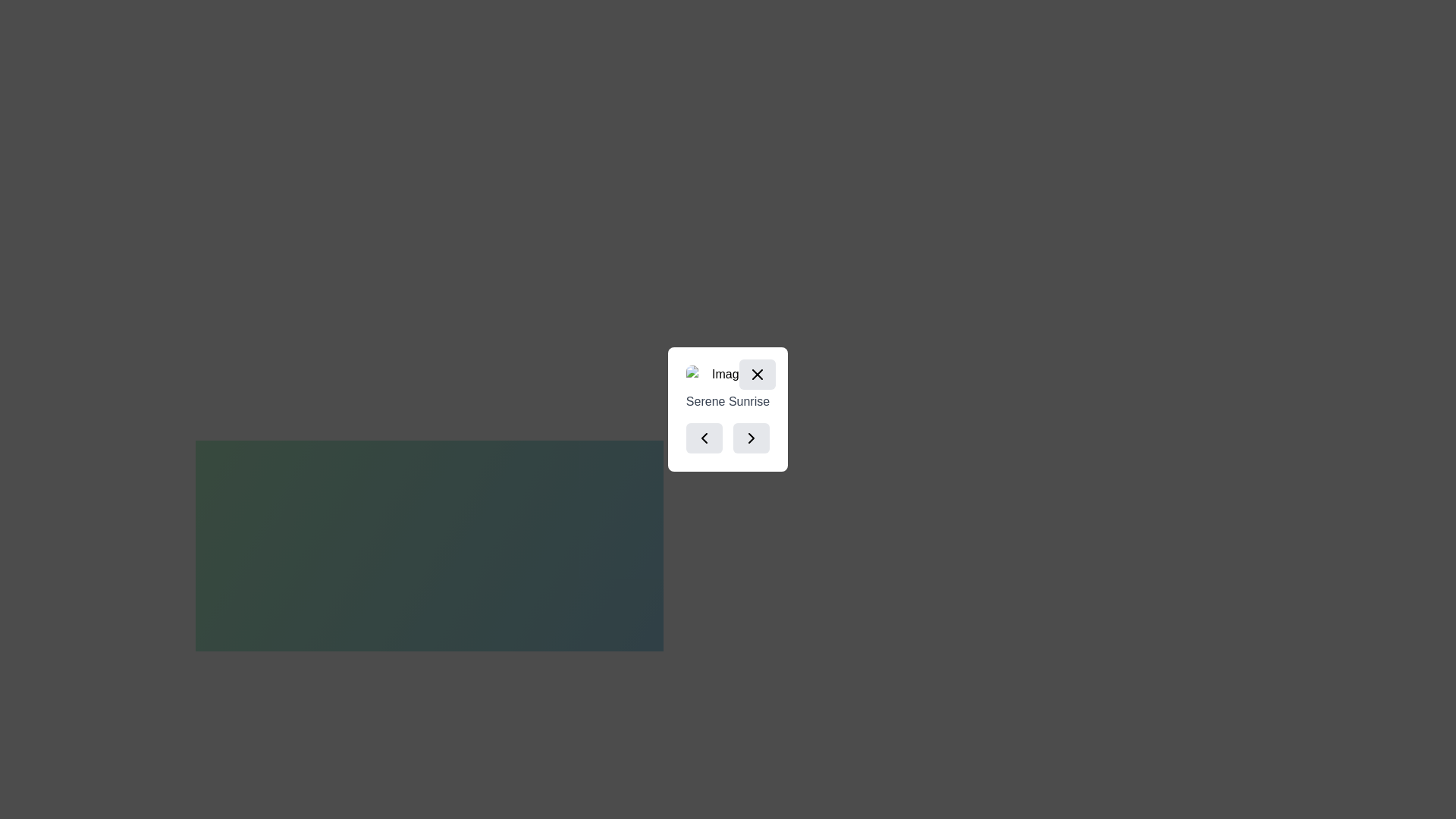 This screenshot has height=819, width=1456. Describe the element at coordinates (752, 438) in the screenshot. I see `the rightward-pointing chevron icon located at the farthest-right position of a set of three control elements in the bottom-right of the 'Serene Sunrise' dialog box` at that location.